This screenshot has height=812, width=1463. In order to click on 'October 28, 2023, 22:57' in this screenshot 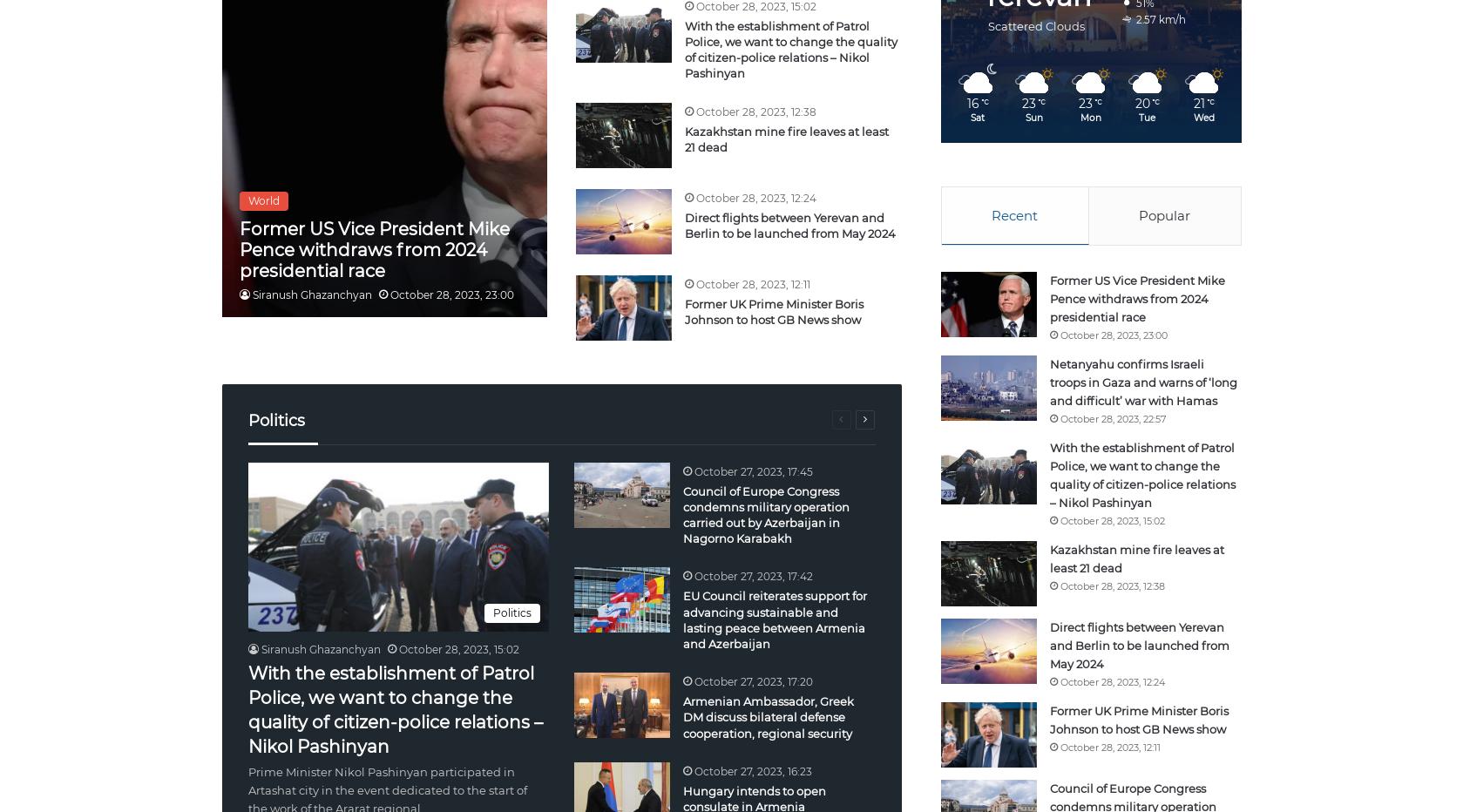, I will do `click(1111, 416)`.